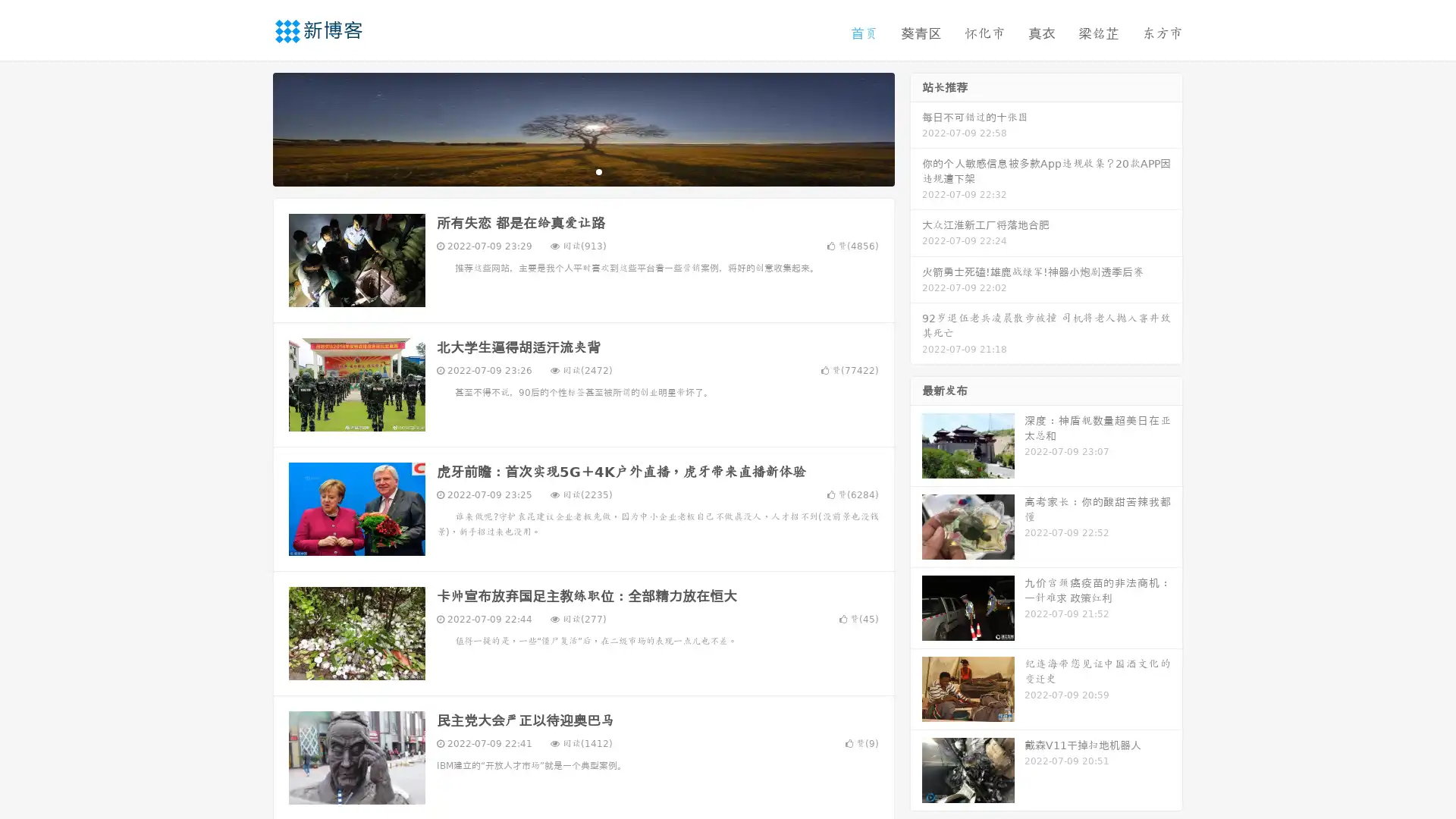  What do you see at coordinates (916, 127) in the screenshot?
I see `Next slide` at bounding box center [916, 127].